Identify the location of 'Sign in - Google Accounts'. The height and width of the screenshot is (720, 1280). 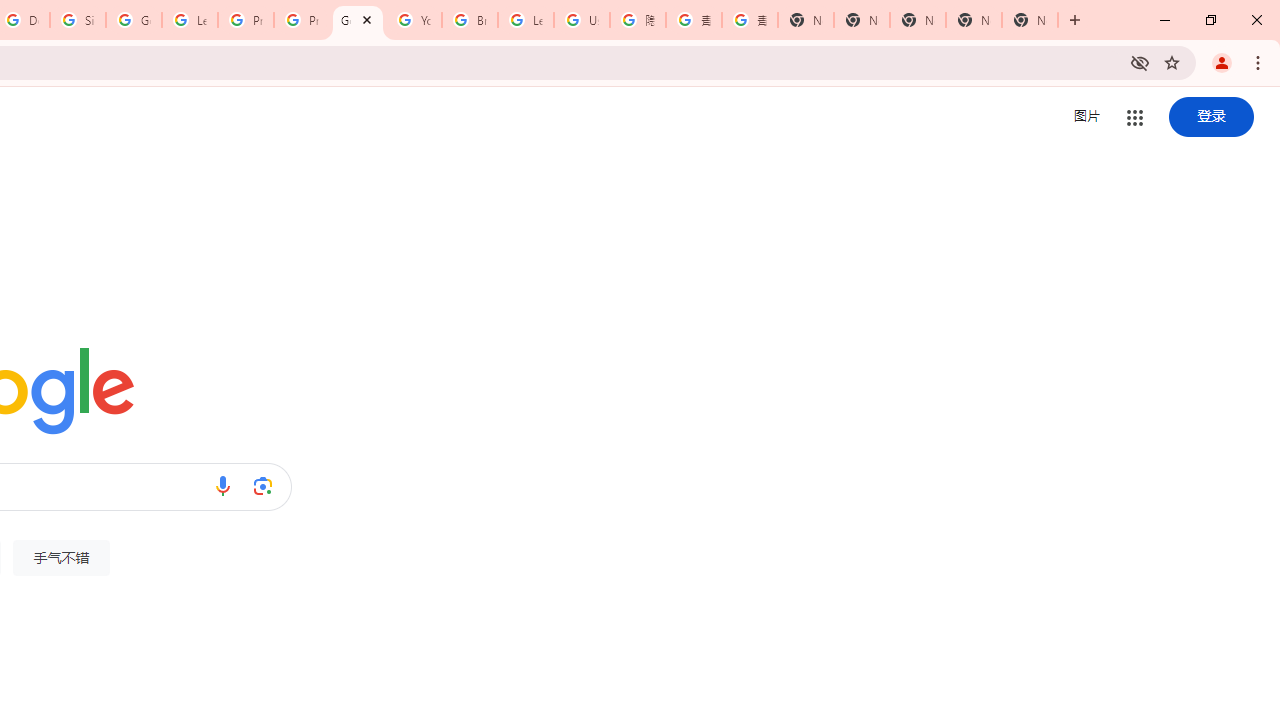
(78, 20).